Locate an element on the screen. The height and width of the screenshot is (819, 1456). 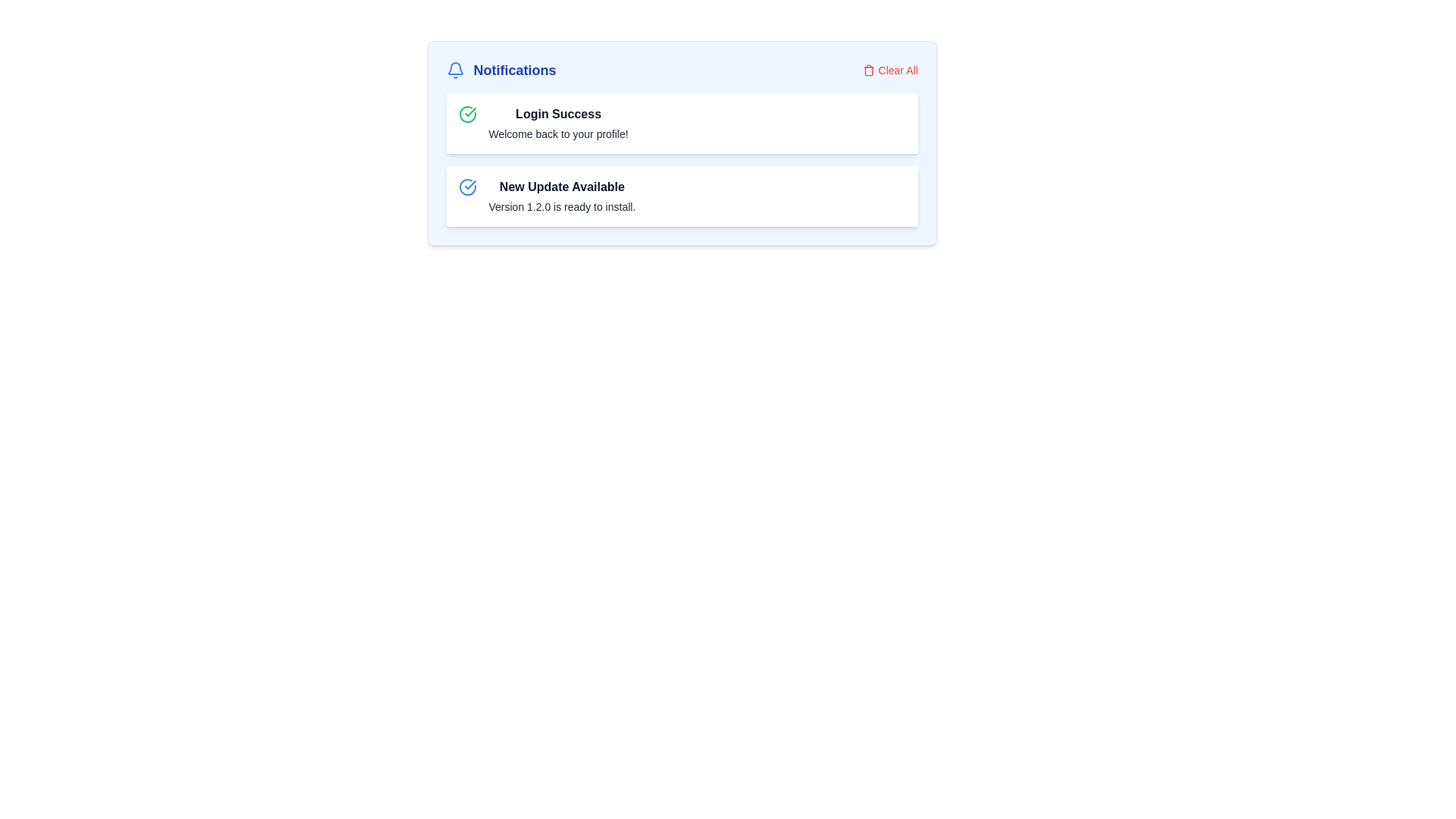
the bold text label reading 'Login Success' in the notifications panel is located at coordinates (557, 113).